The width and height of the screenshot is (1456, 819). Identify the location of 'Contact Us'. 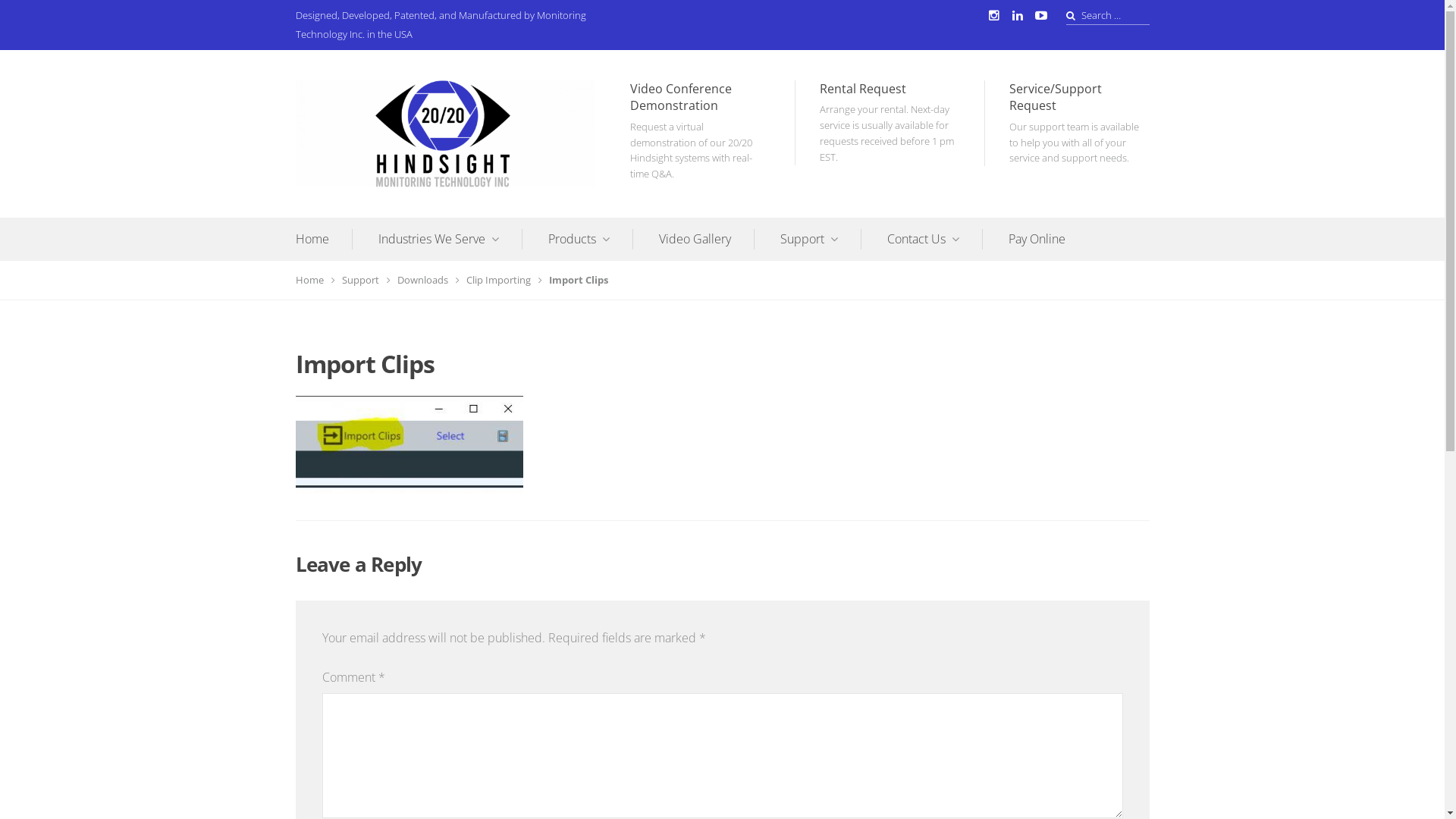
(934, 239).